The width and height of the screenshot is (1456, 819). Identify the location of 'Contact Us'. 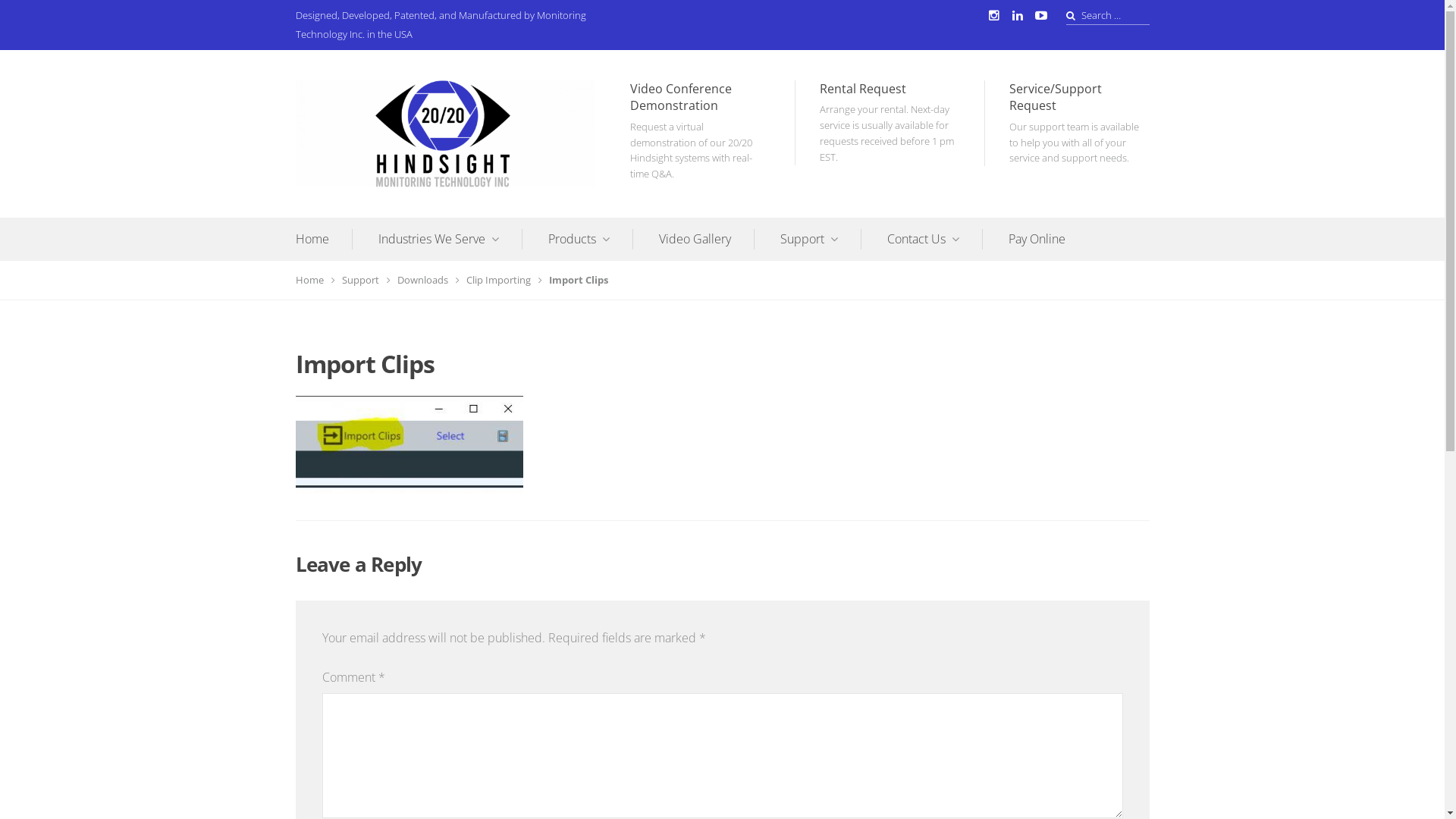
(934, 239).